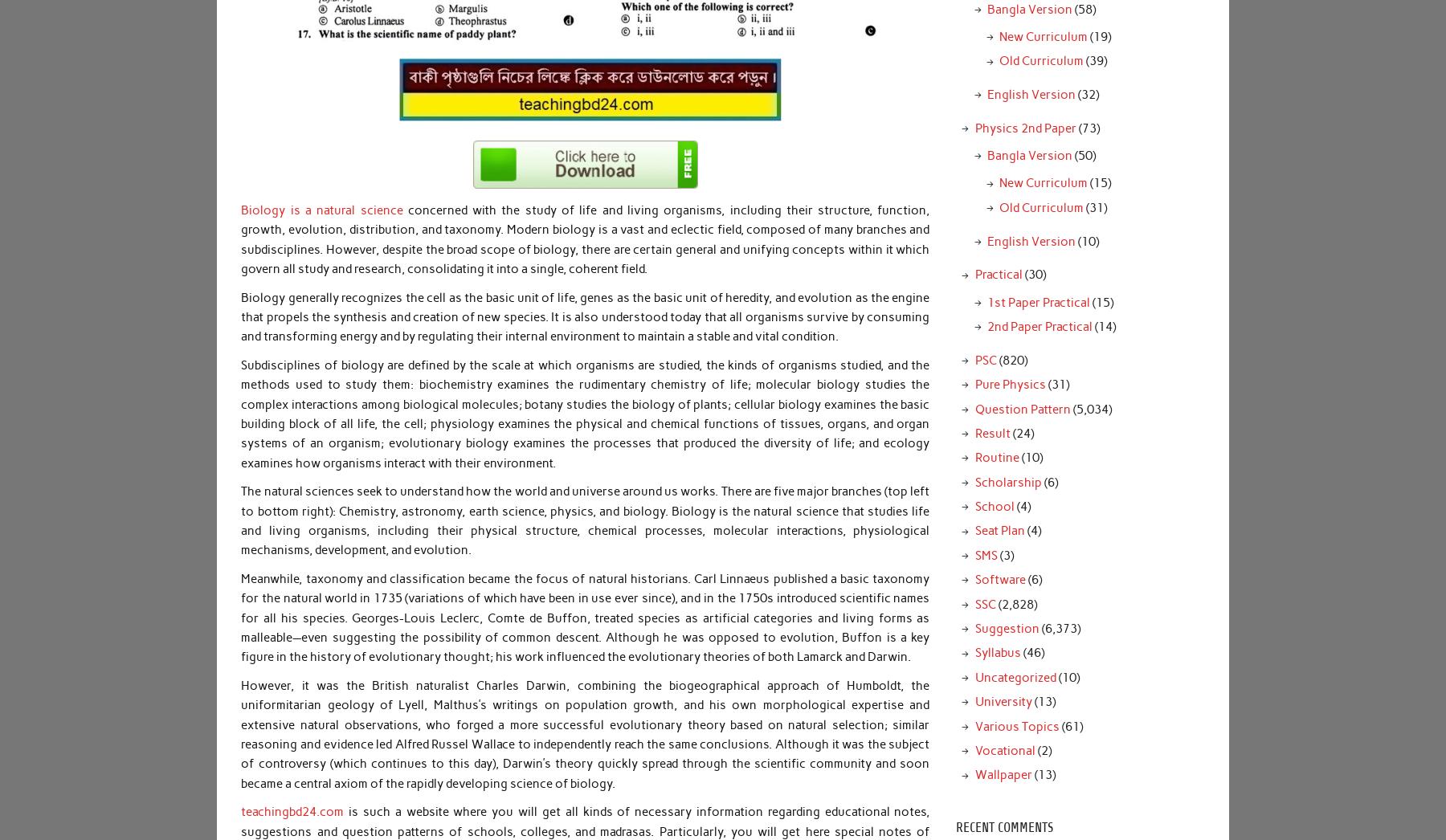  I want to click on '(32)', so click(1085, 93).